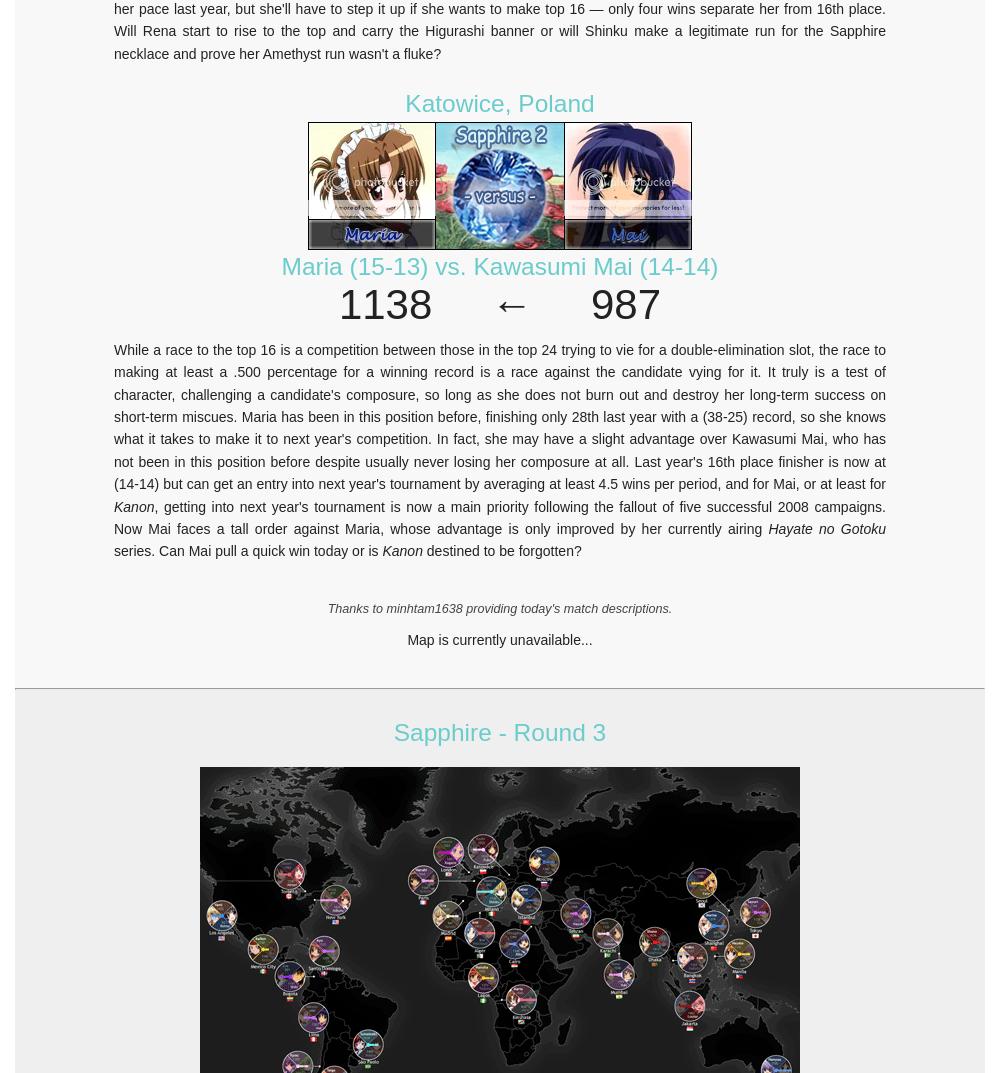 This screenshot has height=1073, width=1000. Describe the element at coordinates (113, 550) in the screenshot. I see `'series.  Can Mai pull a quick win today or is'` at that location.